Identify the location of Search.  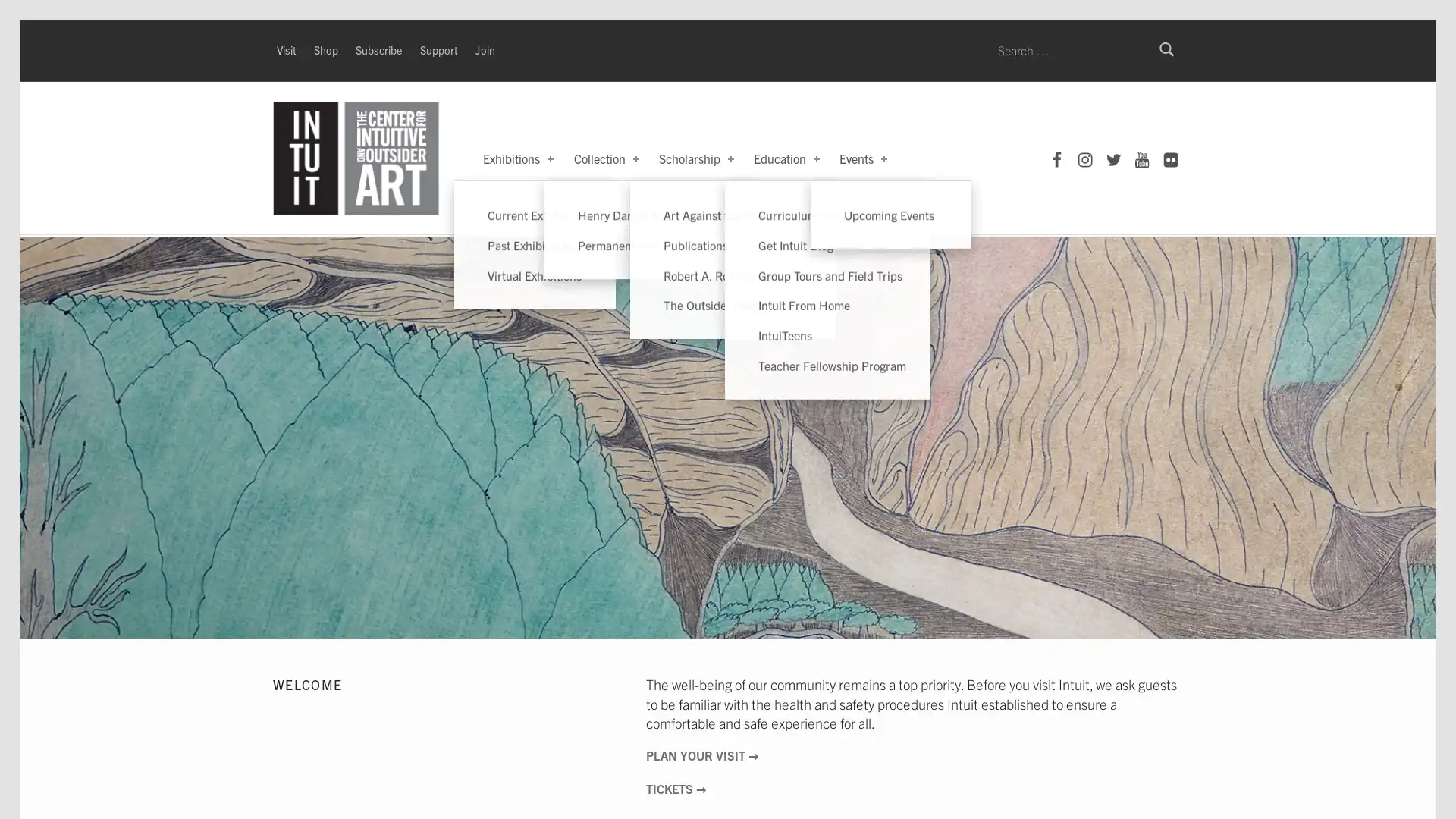
(1165, 40).